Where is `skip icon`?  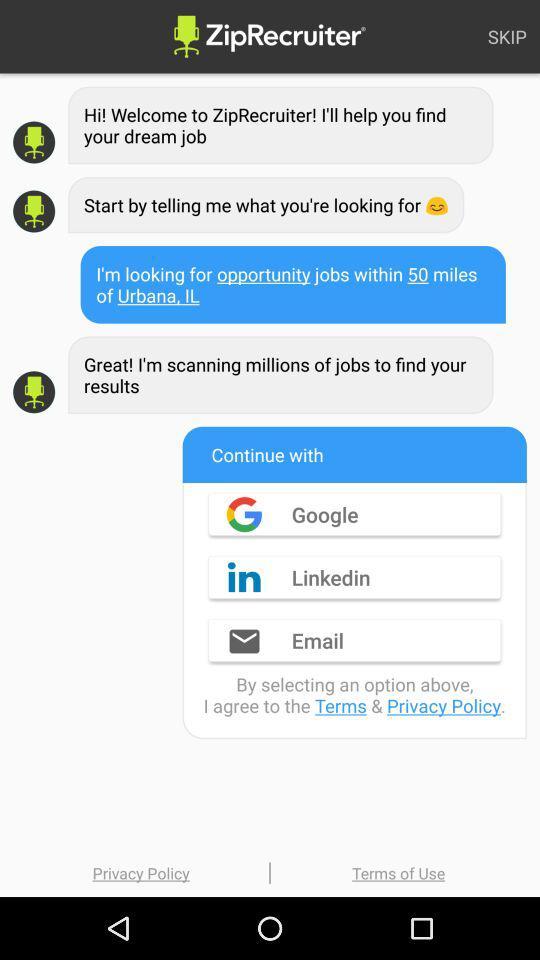 skip icon is located at coordinates (507, 35).